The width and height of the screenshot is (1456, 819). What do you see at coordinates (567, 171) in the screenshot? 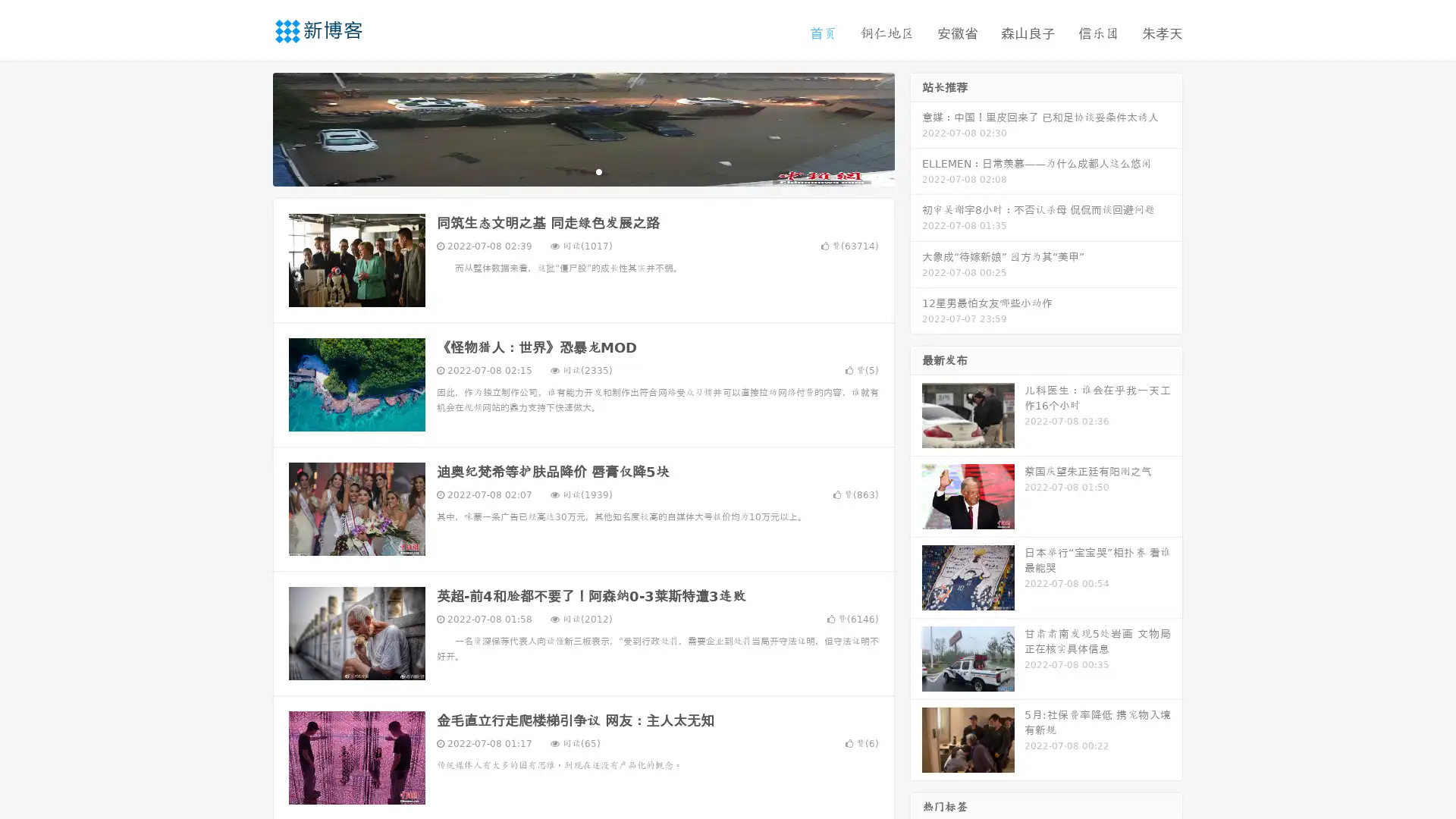
I see `Go to slide 1` at bounding box center [567, 171].